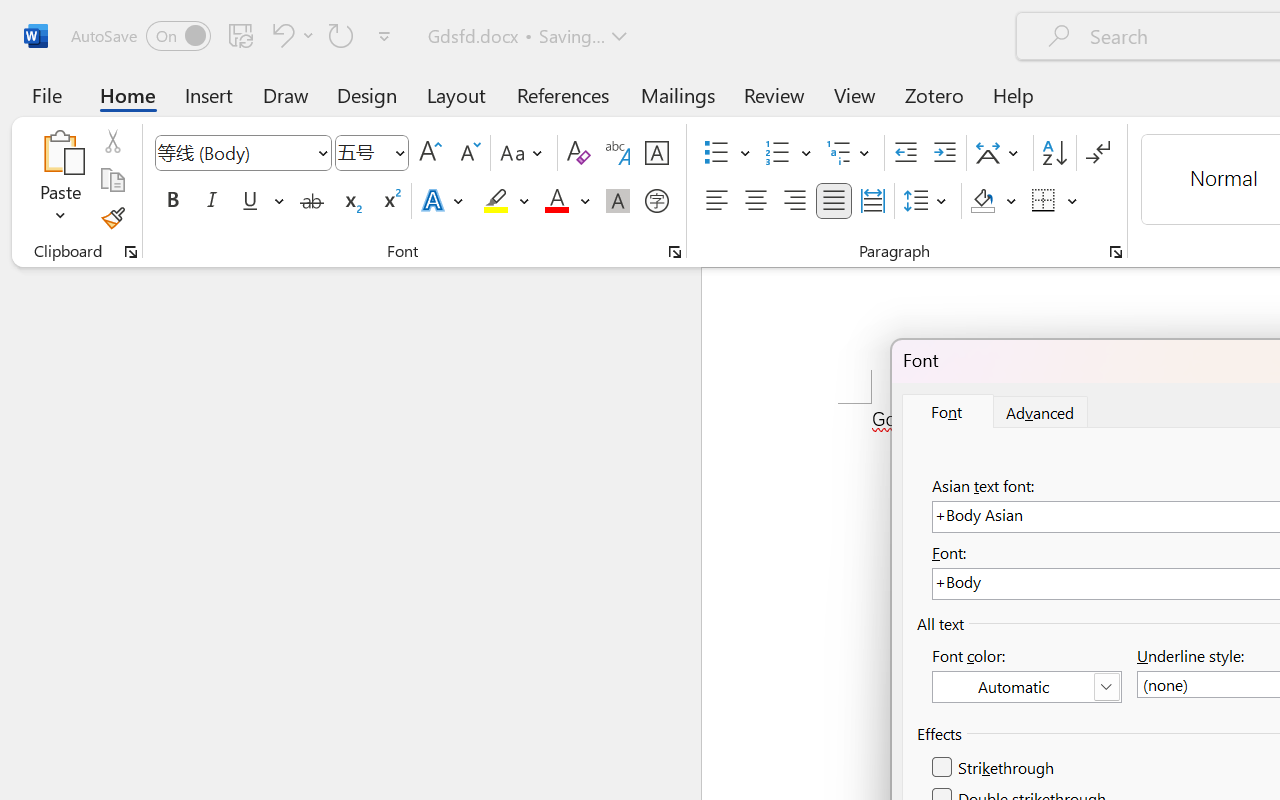 The height and width of the screenshot is (800, 1280). Describe the element at coordinates (755, 201) in the screenshot. I see `'Center'` at that location.